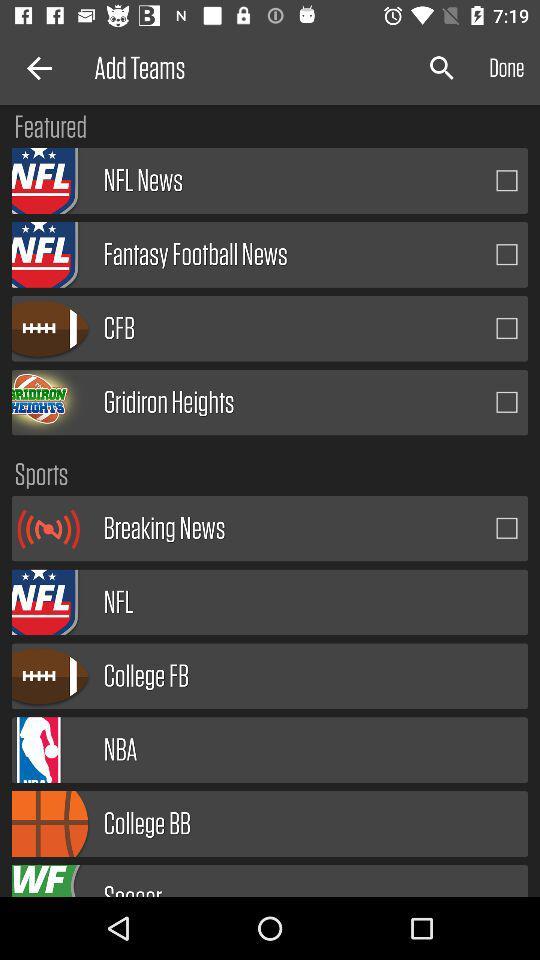  Describe the element at coordinates (442, 68) in the screenshot. I see `the item to the right of add teams item` at that location.